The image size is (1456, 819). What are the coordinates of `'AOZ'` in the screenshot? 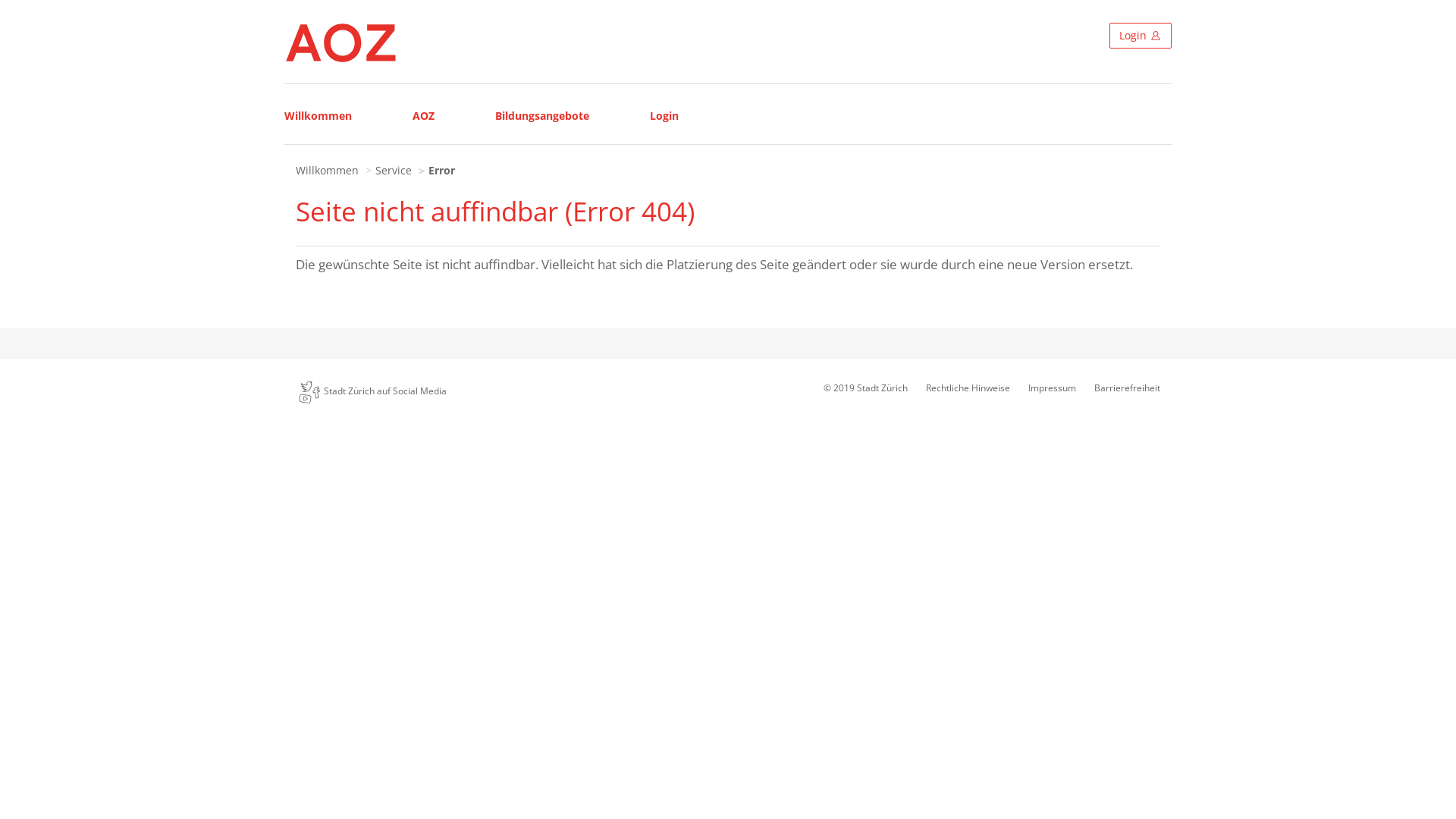 It's located at (423, 113).